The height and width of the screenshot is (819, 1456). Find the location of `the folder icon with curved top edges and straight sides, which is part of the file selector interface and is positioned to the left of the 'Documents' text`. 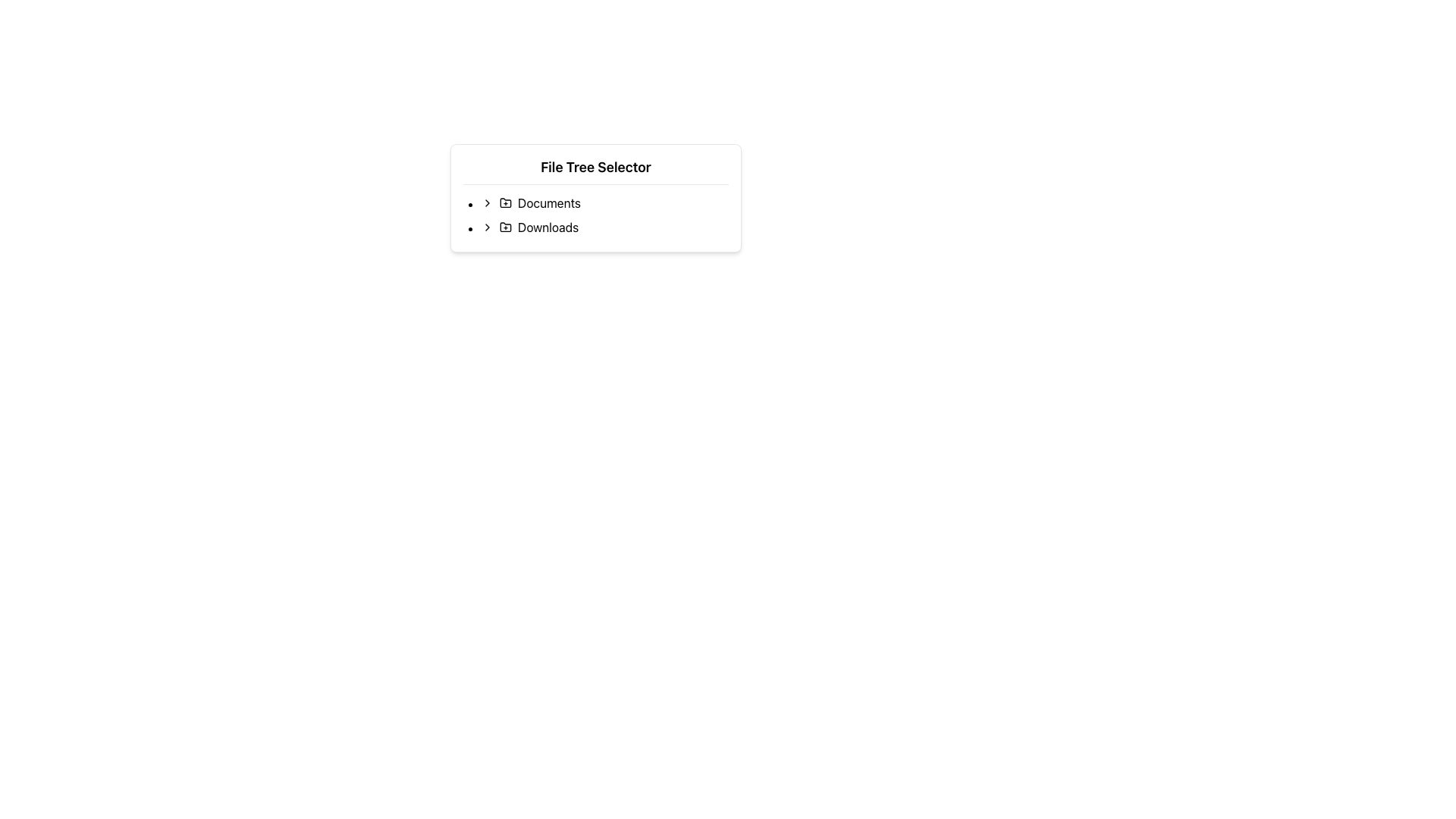

the folder icon with curved top edges and straight sides, which is part of the file selector interface and is positioned to the left of the 'Documents' text is located at coordinates (506, 201).